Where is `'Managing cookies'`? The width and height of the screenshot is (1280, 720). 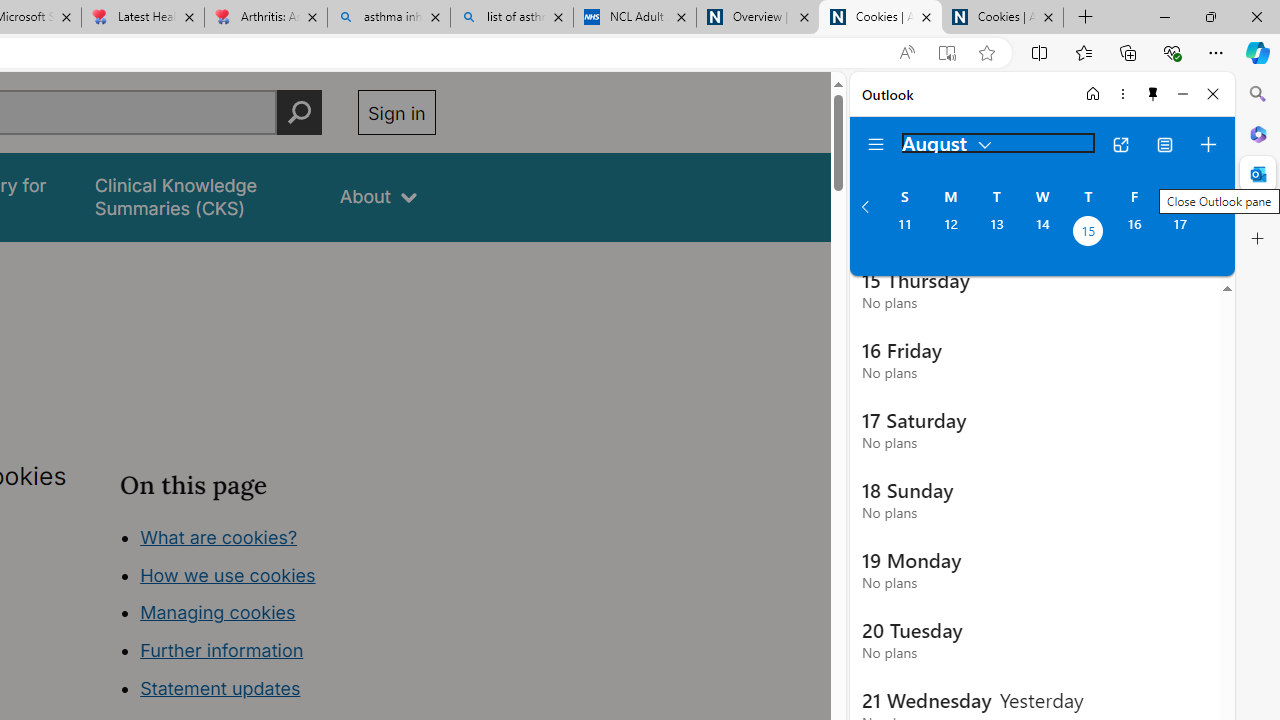
'Managing cookies' is located at coordinates (217, 612).